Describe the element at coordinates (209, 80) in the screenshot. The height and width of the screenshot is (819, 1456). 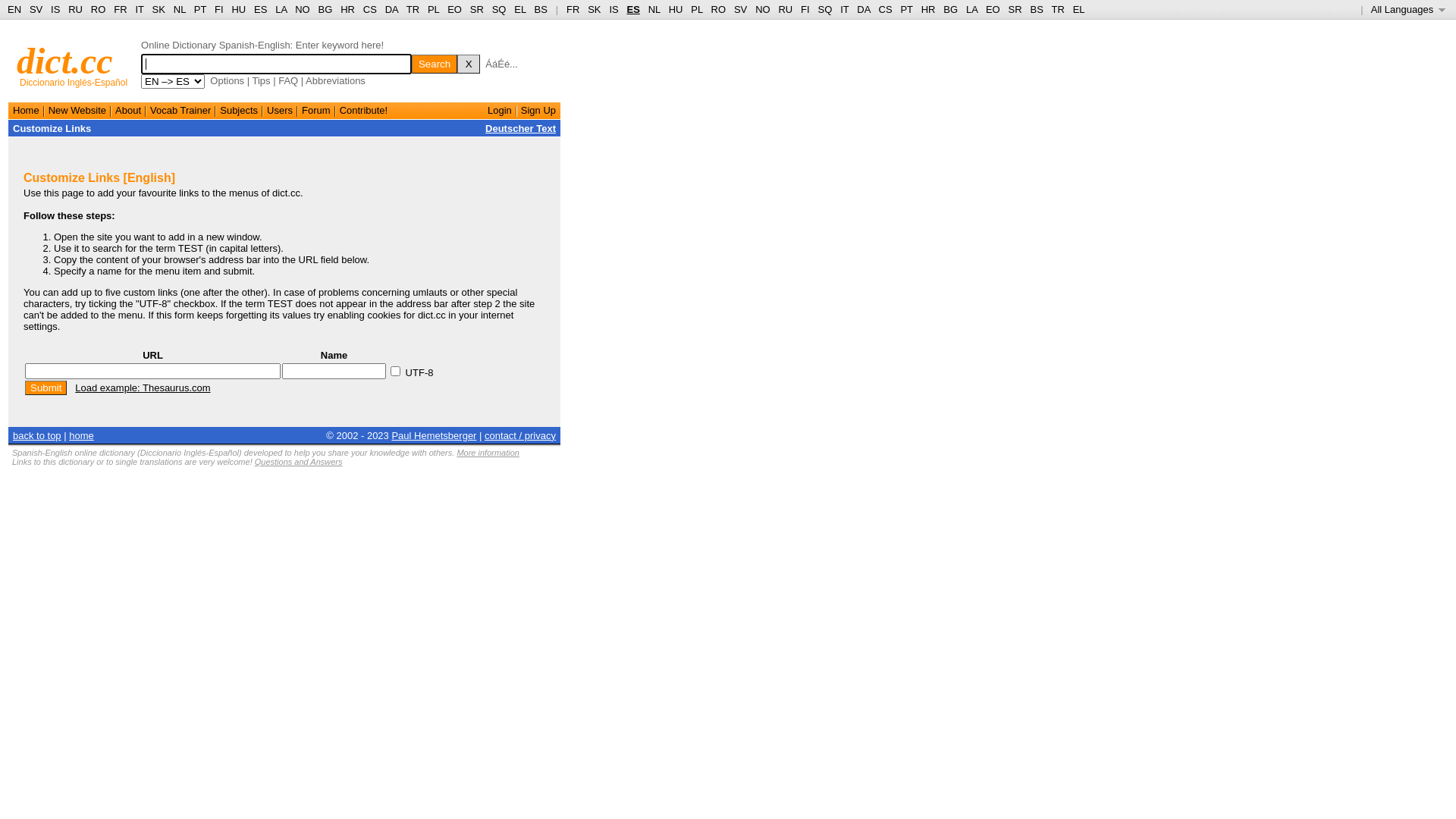
I see `'Options'` at that location.